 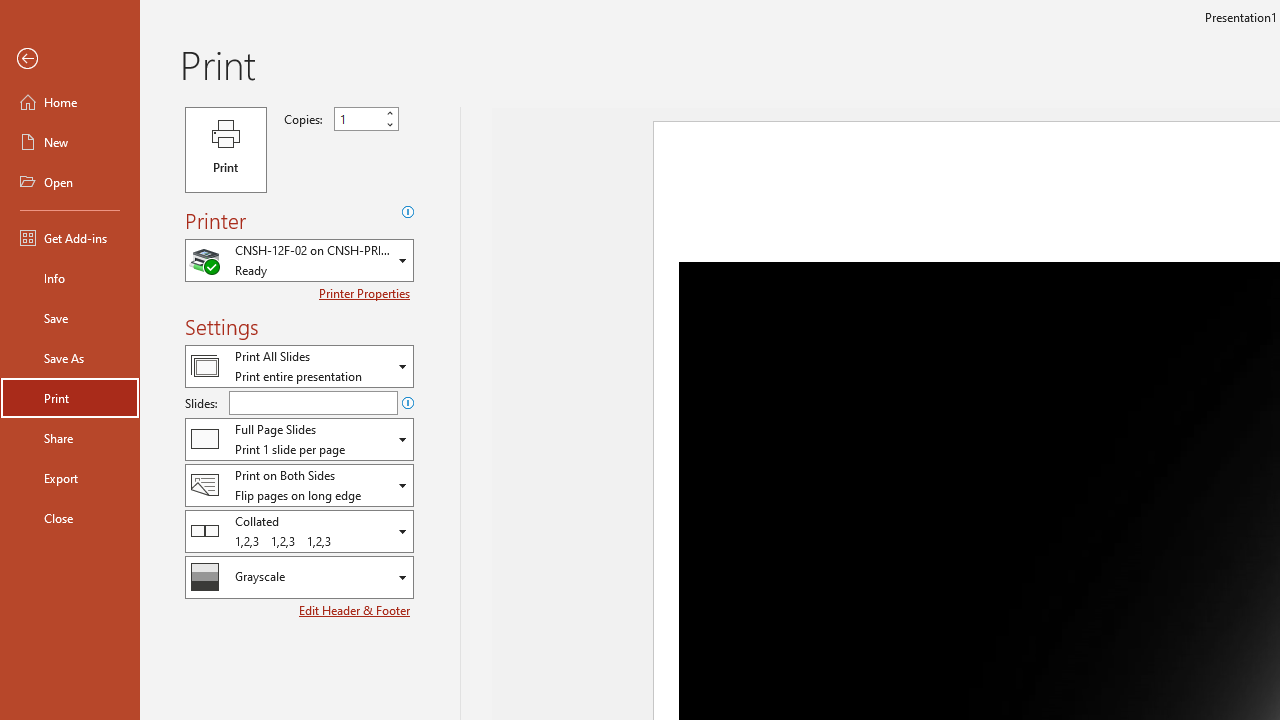 I want to click on 'Collation', so click(x=298, y=530).